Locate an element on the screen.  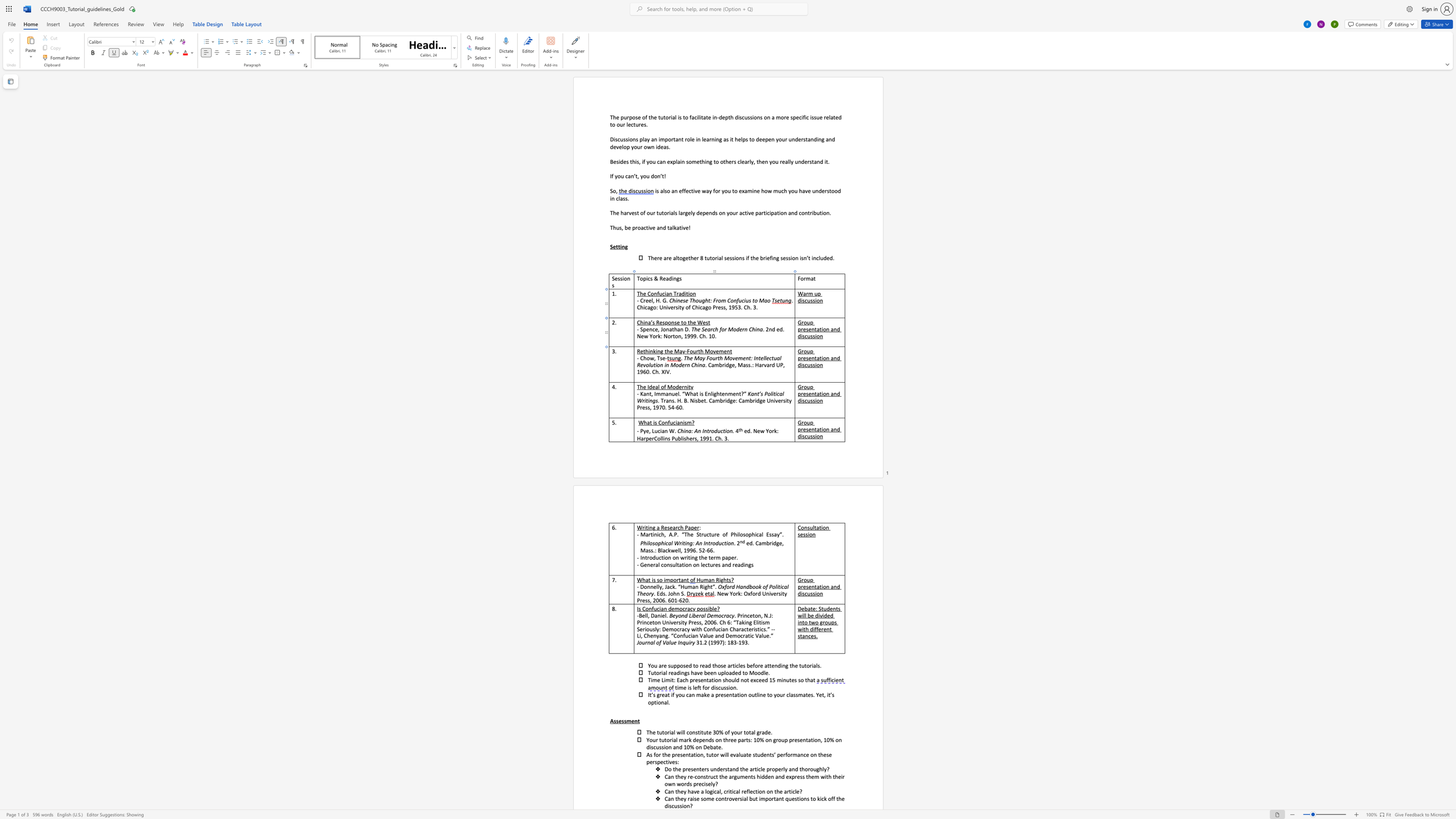
the 3th character "o" in the text is located at coordinates (676, 336).